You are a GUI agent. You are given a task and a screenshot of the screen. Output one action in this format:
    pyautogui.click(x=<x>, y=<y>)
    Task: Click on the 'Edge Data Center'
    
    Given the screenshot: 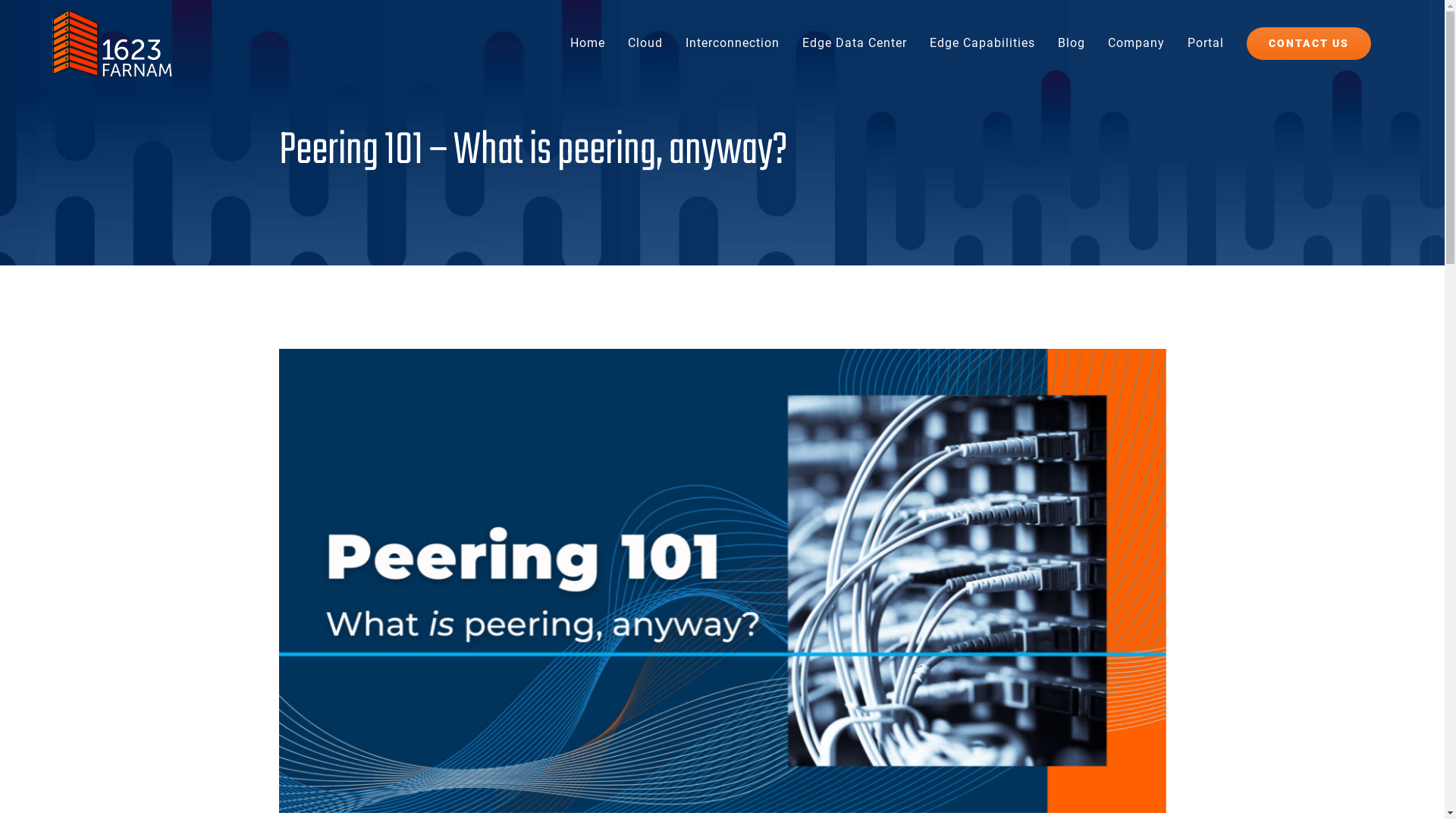 What is the action you would take?
    pyautogui.click(x=855, y=42)
    